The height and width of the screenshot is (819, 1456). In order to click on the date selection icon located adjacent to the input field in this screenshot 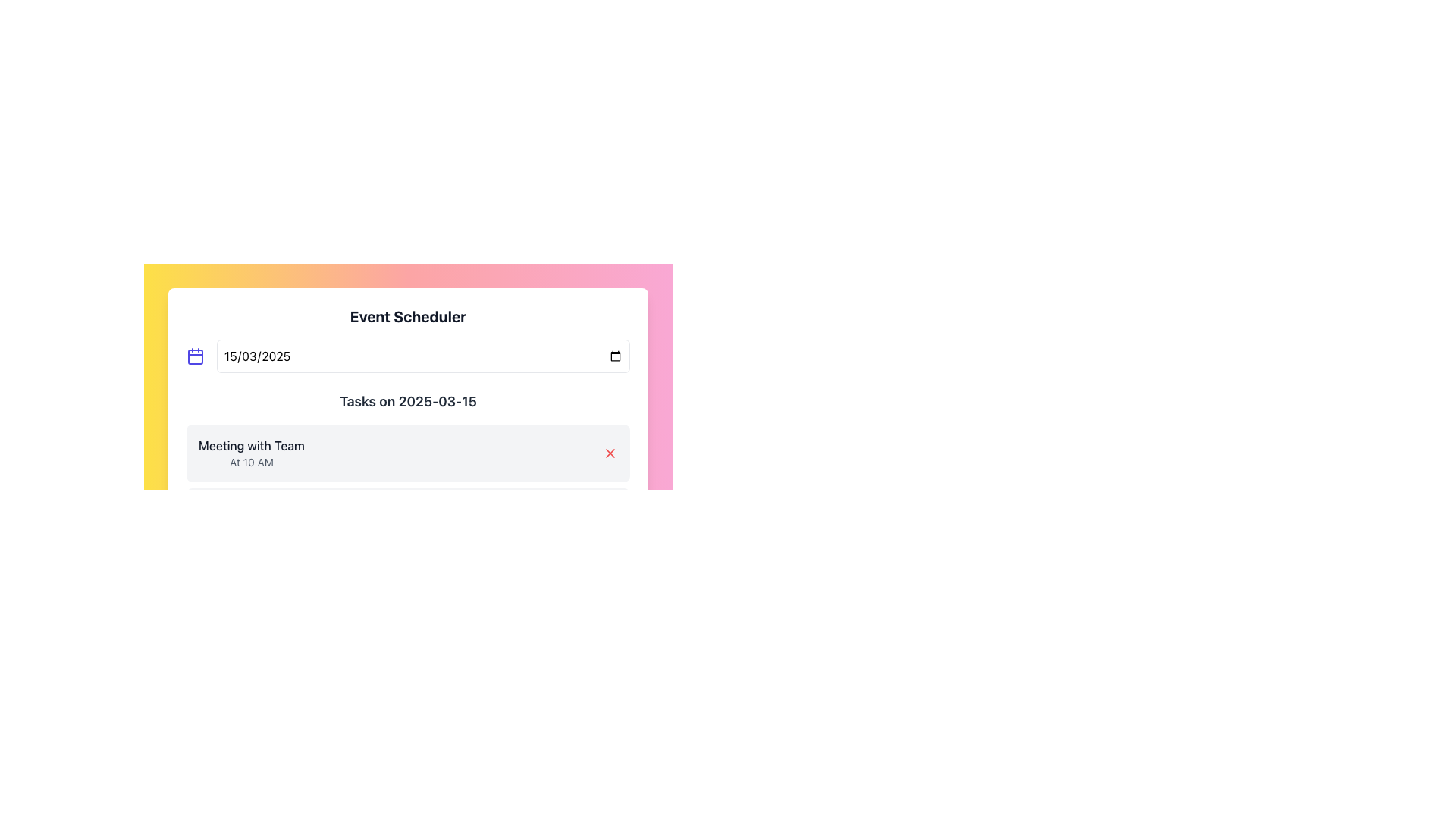, I will do `click(195, 356)`.